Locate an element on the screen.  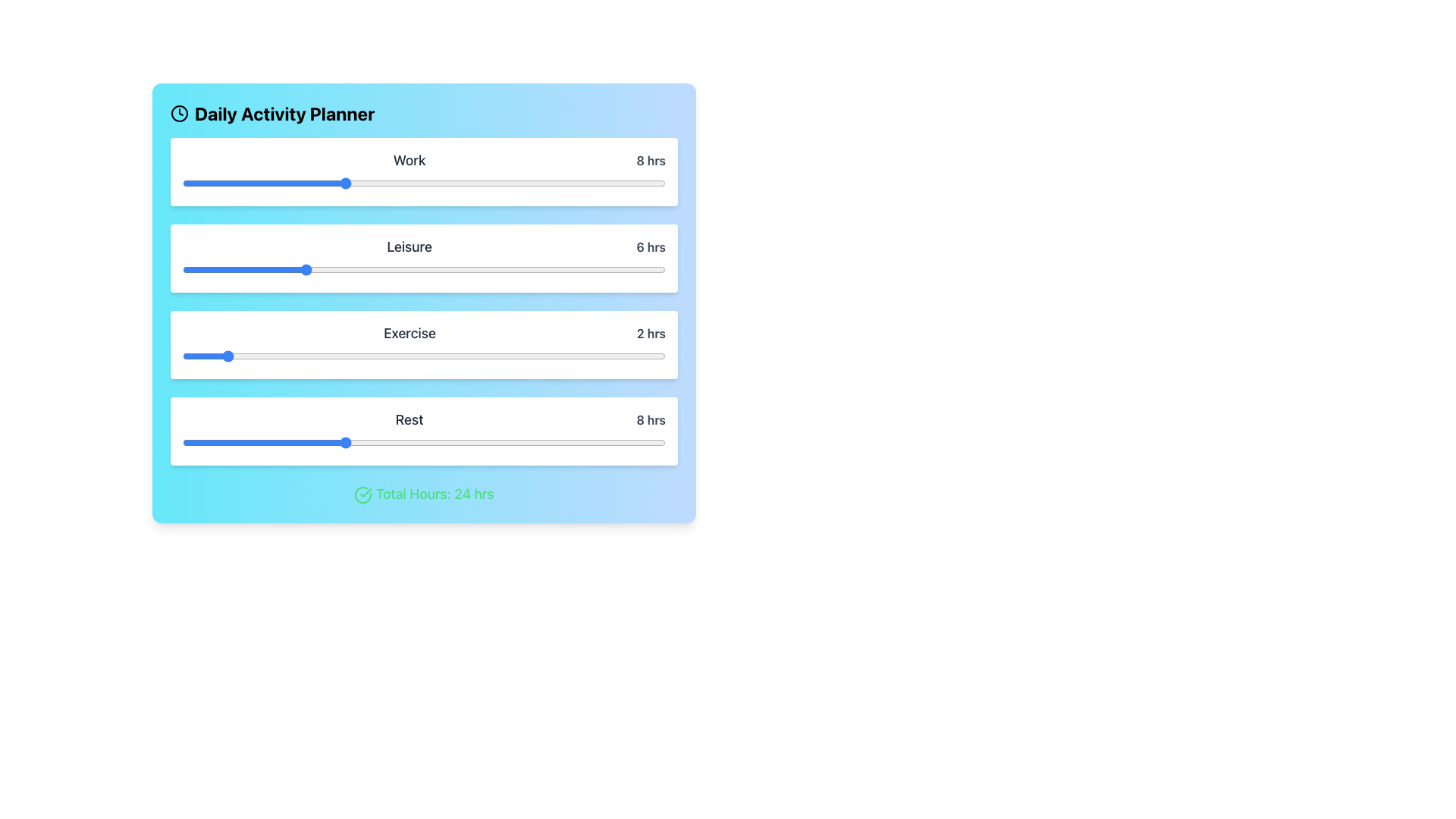
the black circular outline of the SVG-based clock icon, which is adjacent to the 'Daily Activity Planner' text at the top-left of the interface is located at coordinates (179, 113).